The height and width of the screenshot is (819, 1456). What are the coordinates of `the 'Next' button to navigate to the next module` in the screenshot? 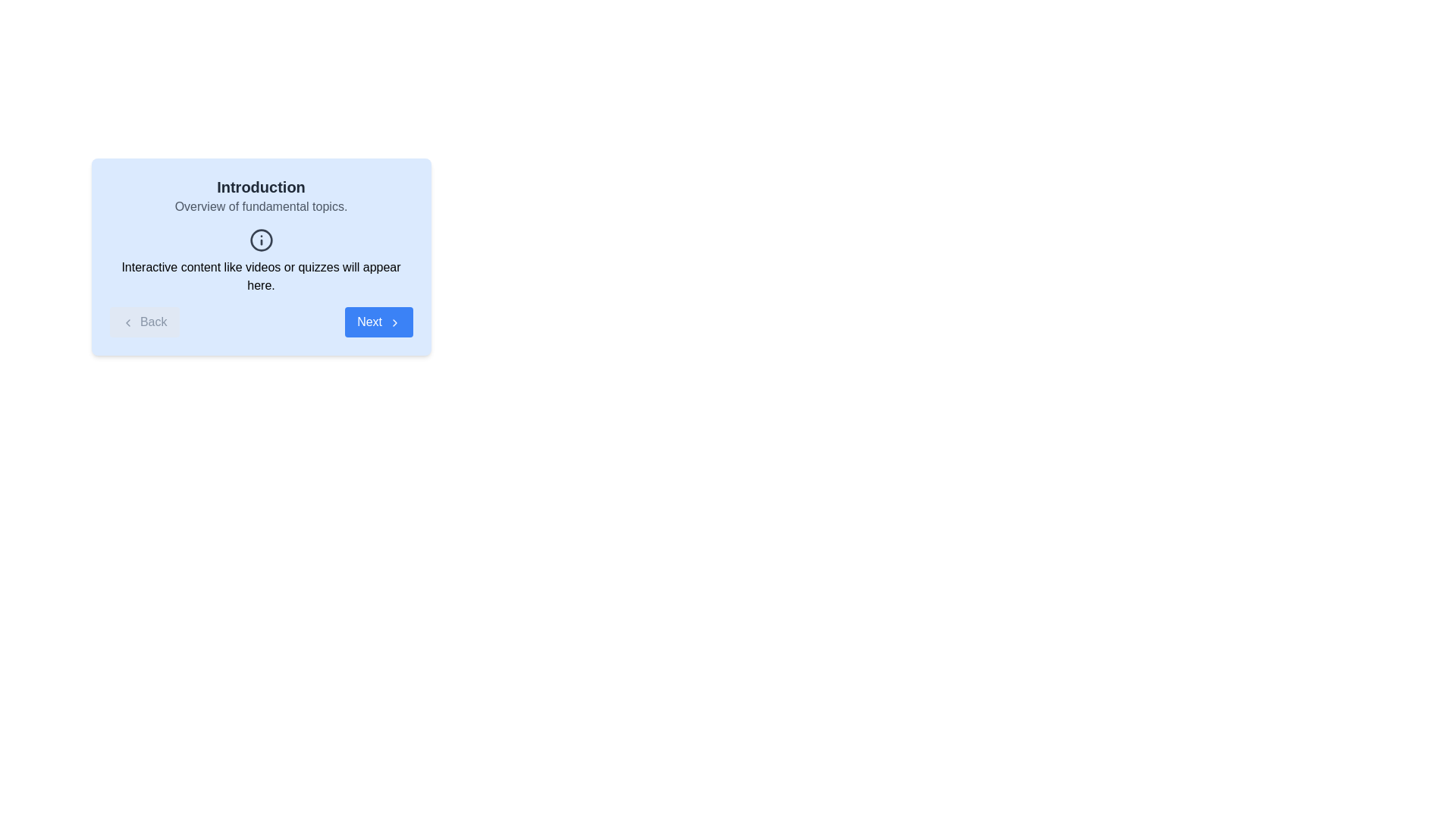 It's located at (378, 321).